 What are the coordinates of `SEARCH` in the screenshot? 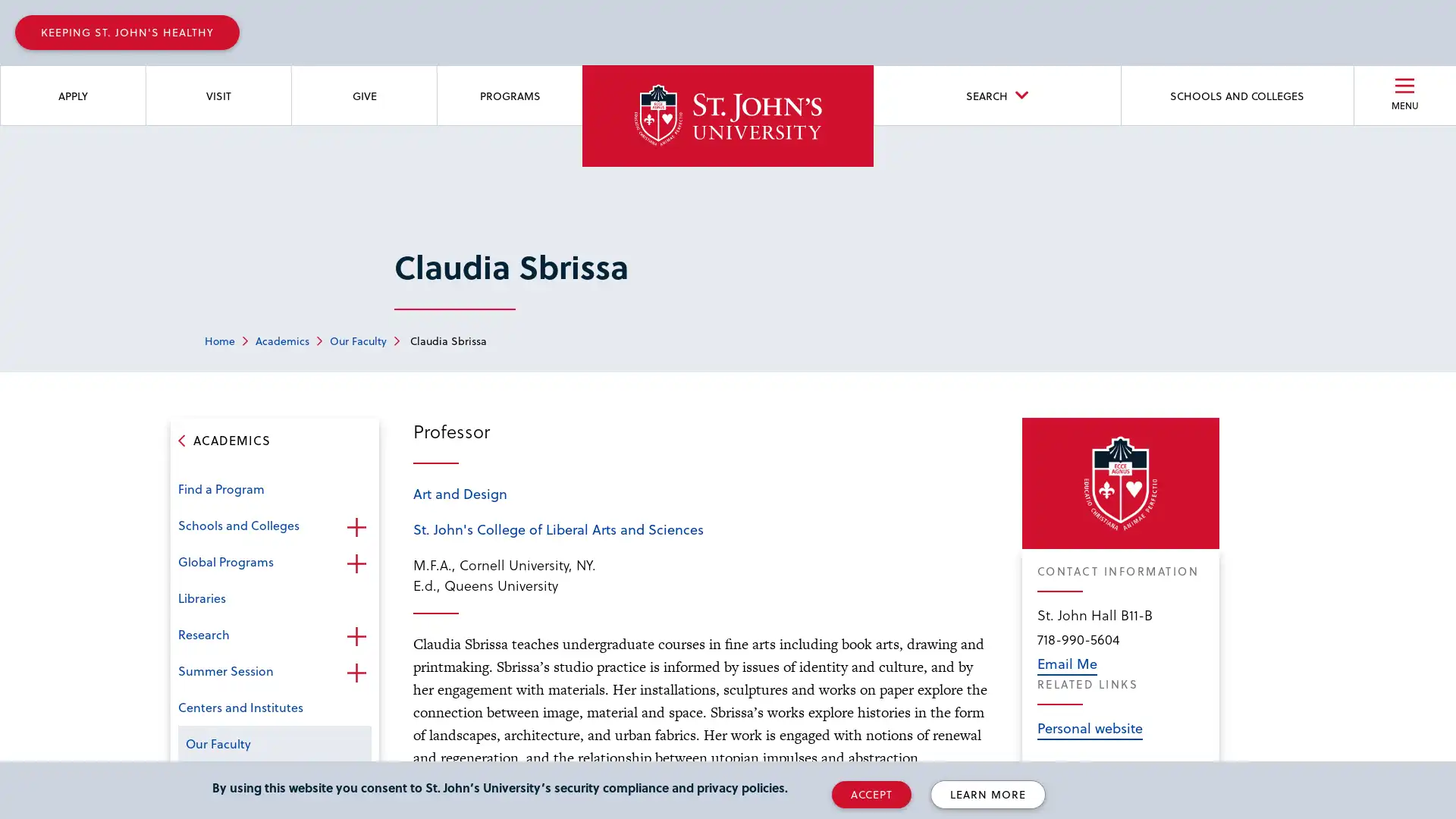 It's located at (996, 96).